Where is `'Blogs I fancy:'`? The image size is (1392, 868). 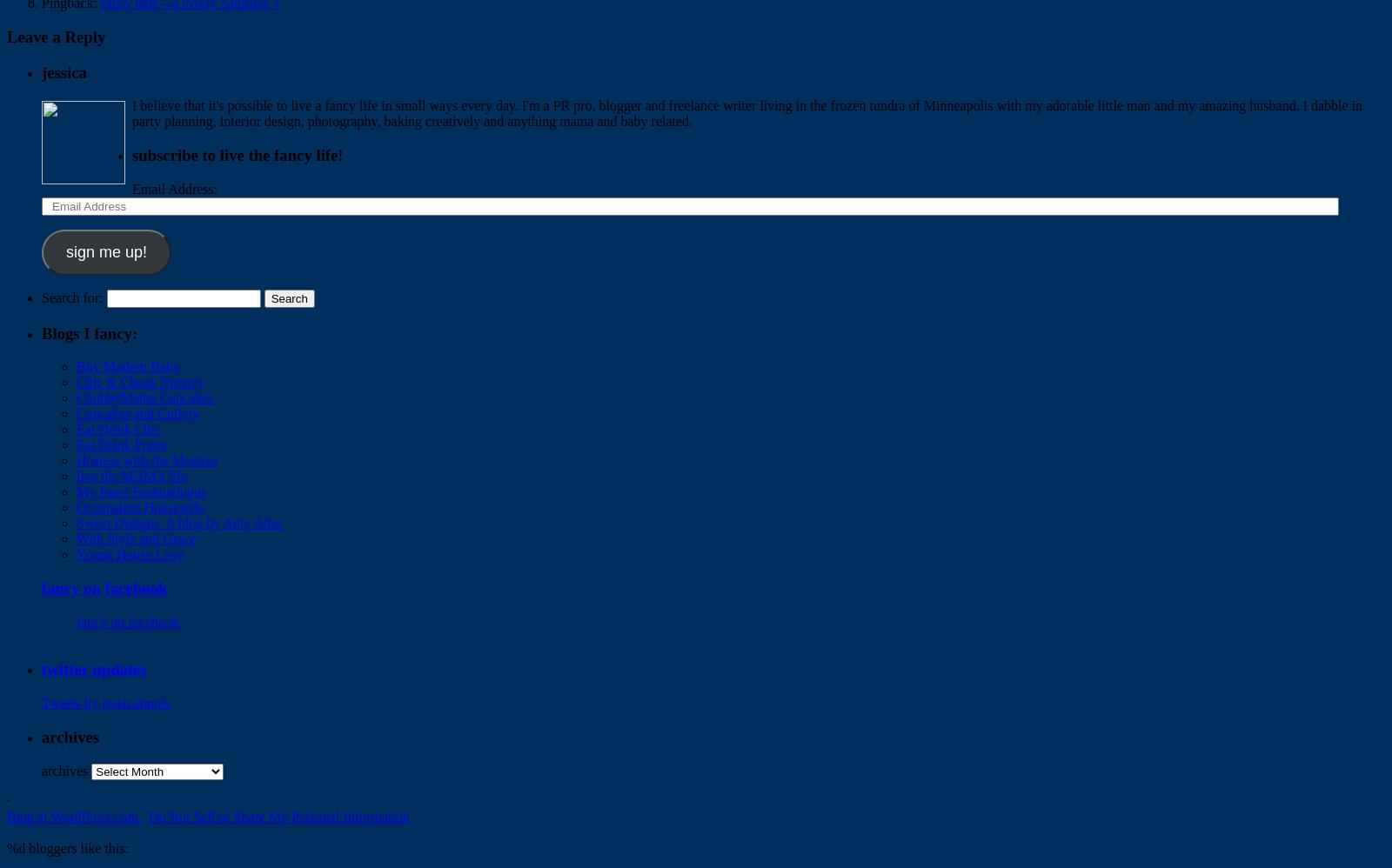
'Blogs I fancy:' is located at coordinates (89, 331).